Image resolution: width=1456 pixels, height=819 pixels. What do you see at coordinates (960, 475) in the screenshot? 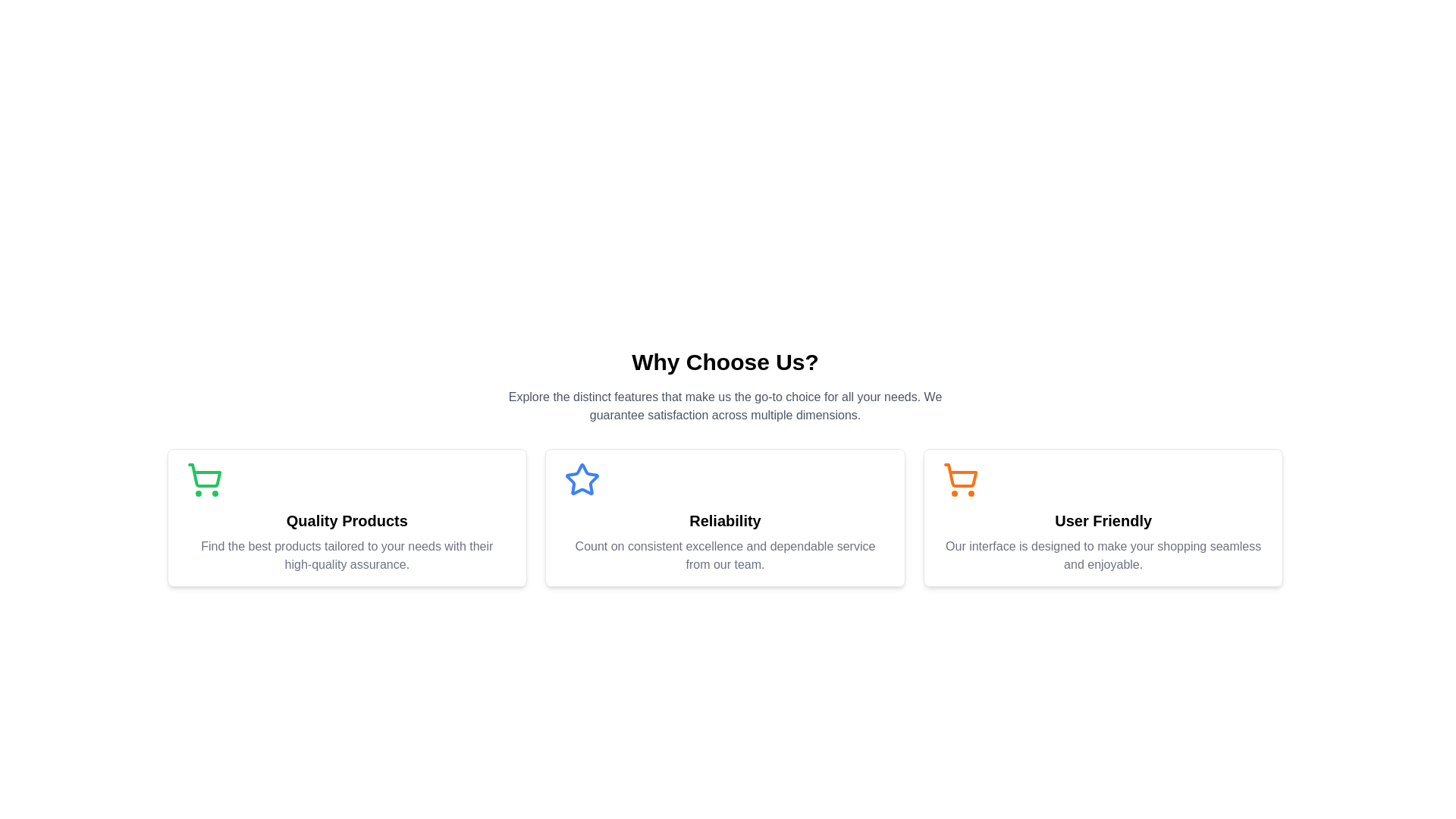
I see `the semi-rectangular base of the shopping cart icon in the 'User Friendly' card, which is the third card from the left on the bottom row` at bounding box center [960, 475].